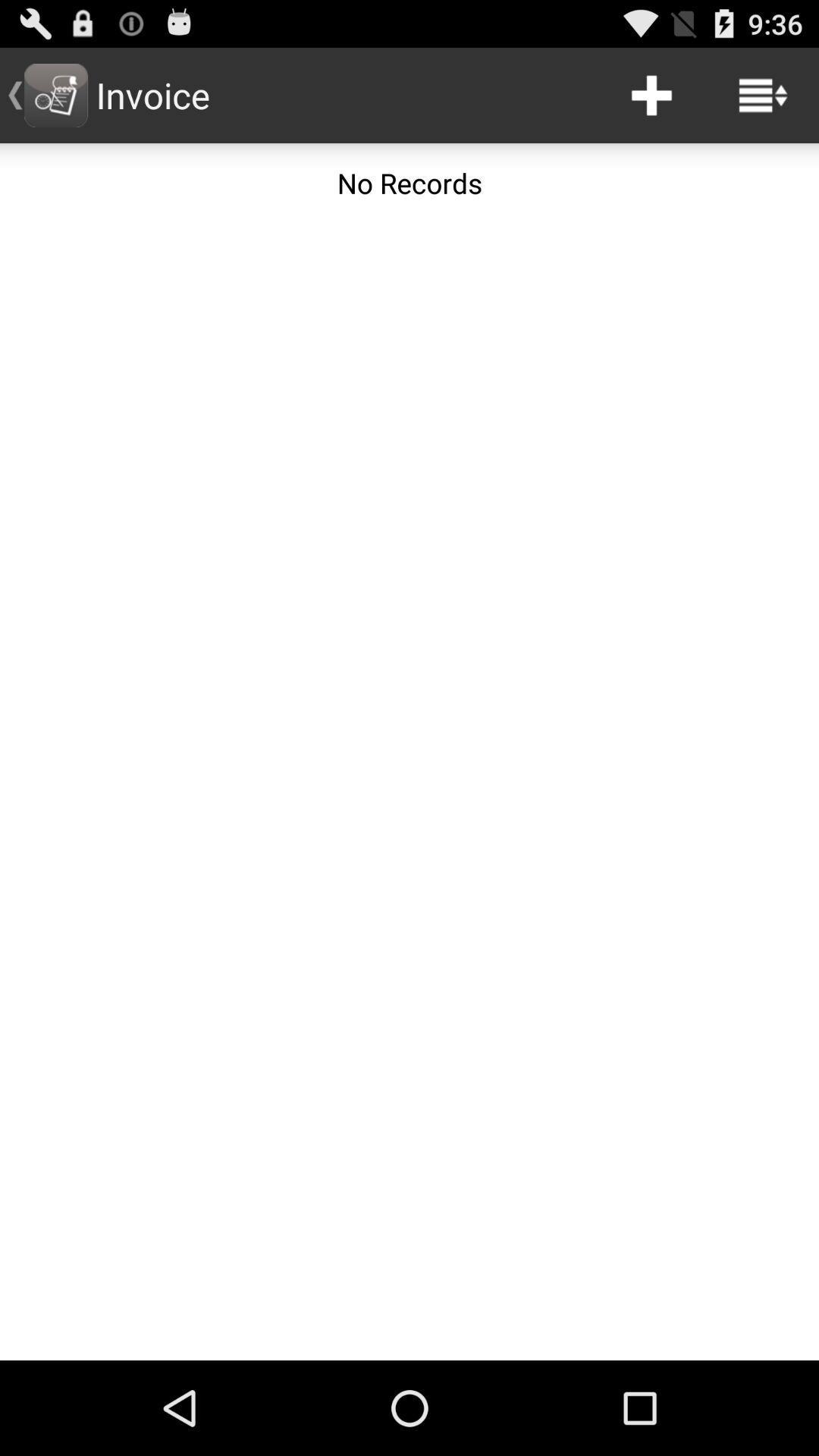  Describe the element at coordinates (409, 790) in the screenshot. I see `the icon at the center` at that location.